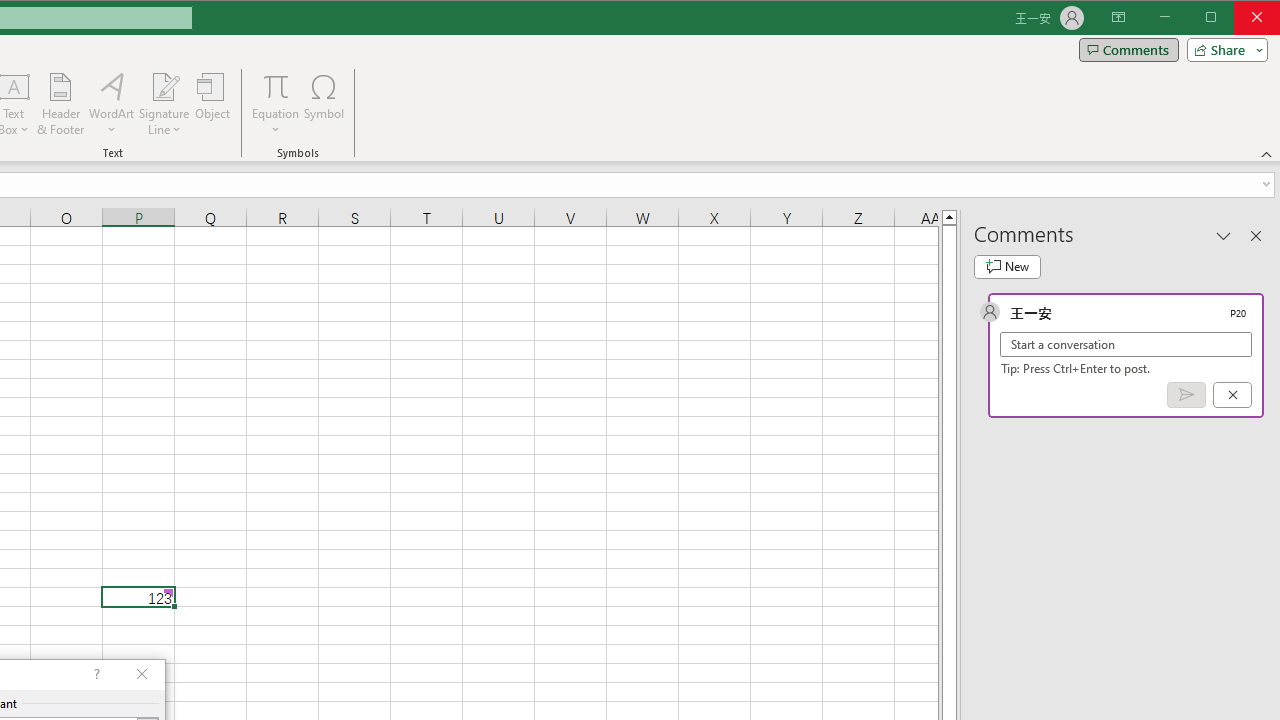  What do you see at coordinates (1266, 153) in the screenshot?
I see `'Collapse the Ribbon'` at bounding box center [1266, 153].